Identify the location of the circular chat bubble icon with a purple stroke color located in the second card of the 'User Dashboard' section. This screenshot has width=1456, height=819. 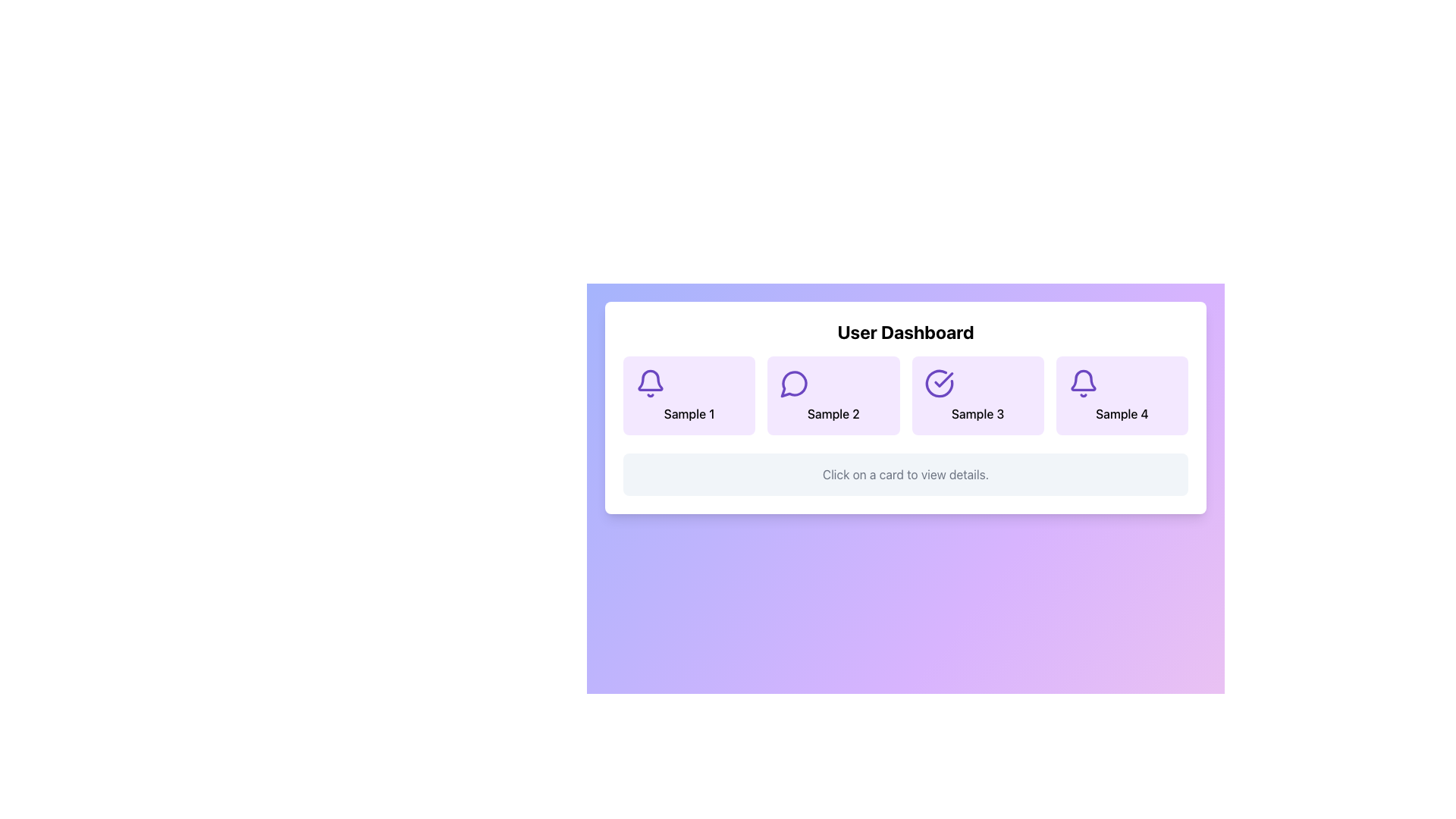
(793, 383).